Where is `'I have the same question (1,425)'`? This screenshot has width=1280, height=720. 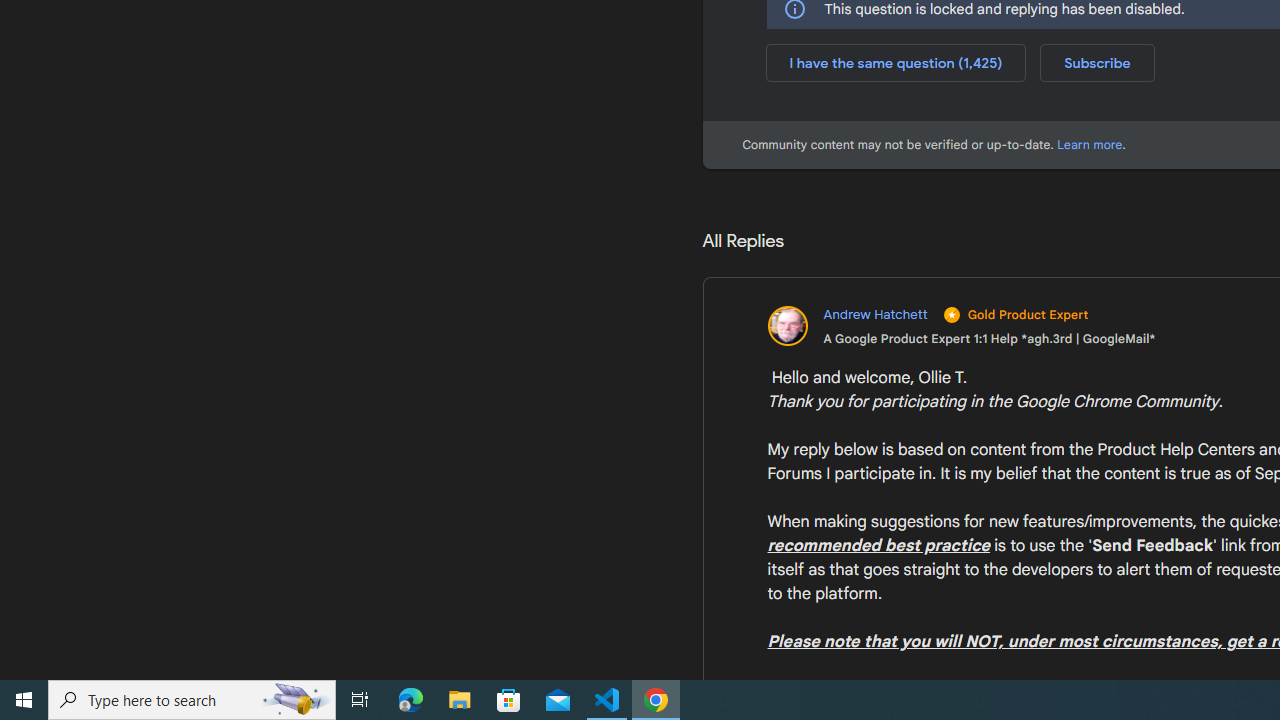
'I have the same question (1,425)' is located at coordinates (895, 61).